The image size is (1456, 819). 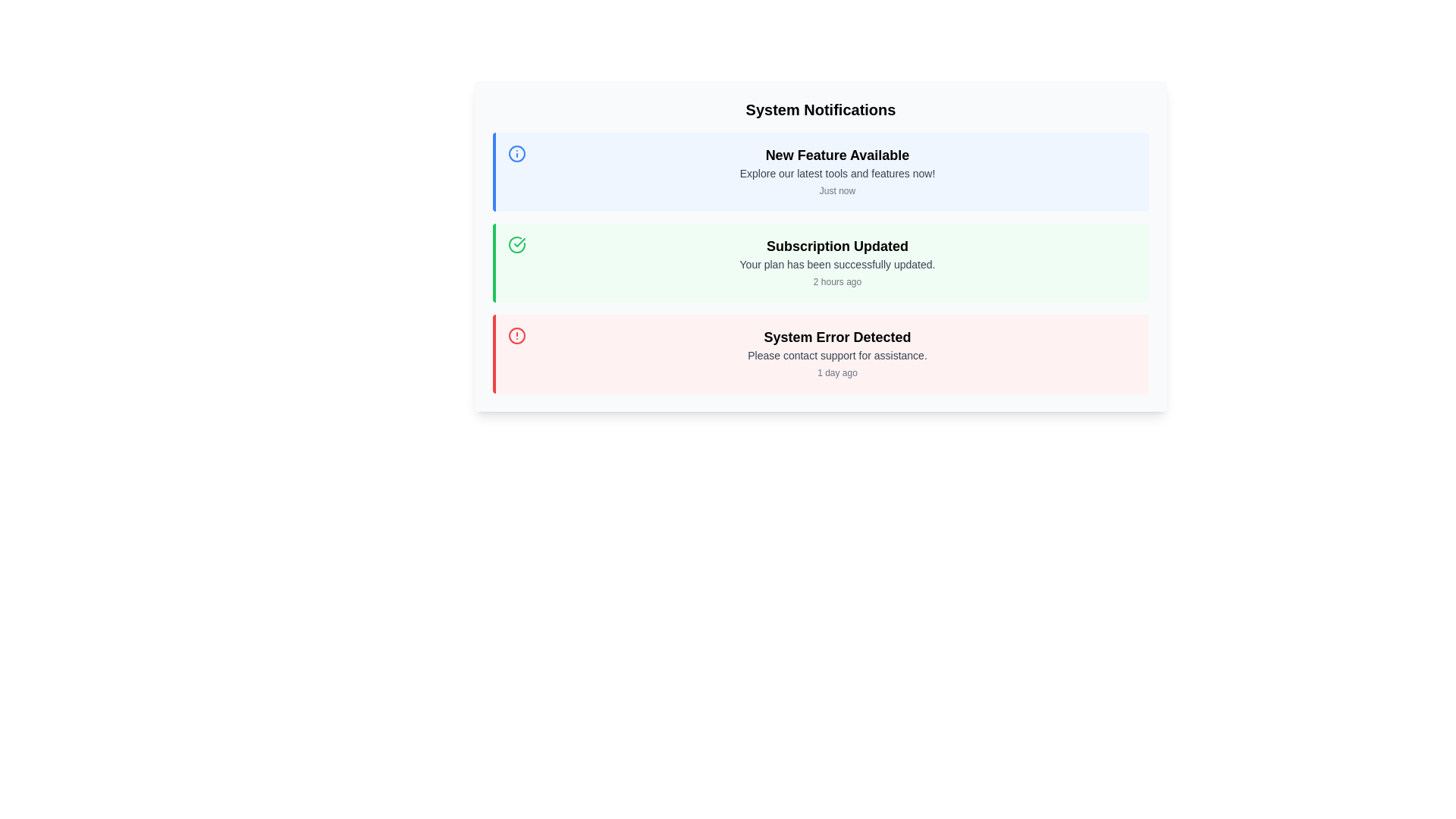 What do you see at coordinates (836, 281) in the screenshot?
I see `the timestamp text label located at the bottom-right of the green notification box titled 'Subscription Updated.'` at bounding box center [836, 281].